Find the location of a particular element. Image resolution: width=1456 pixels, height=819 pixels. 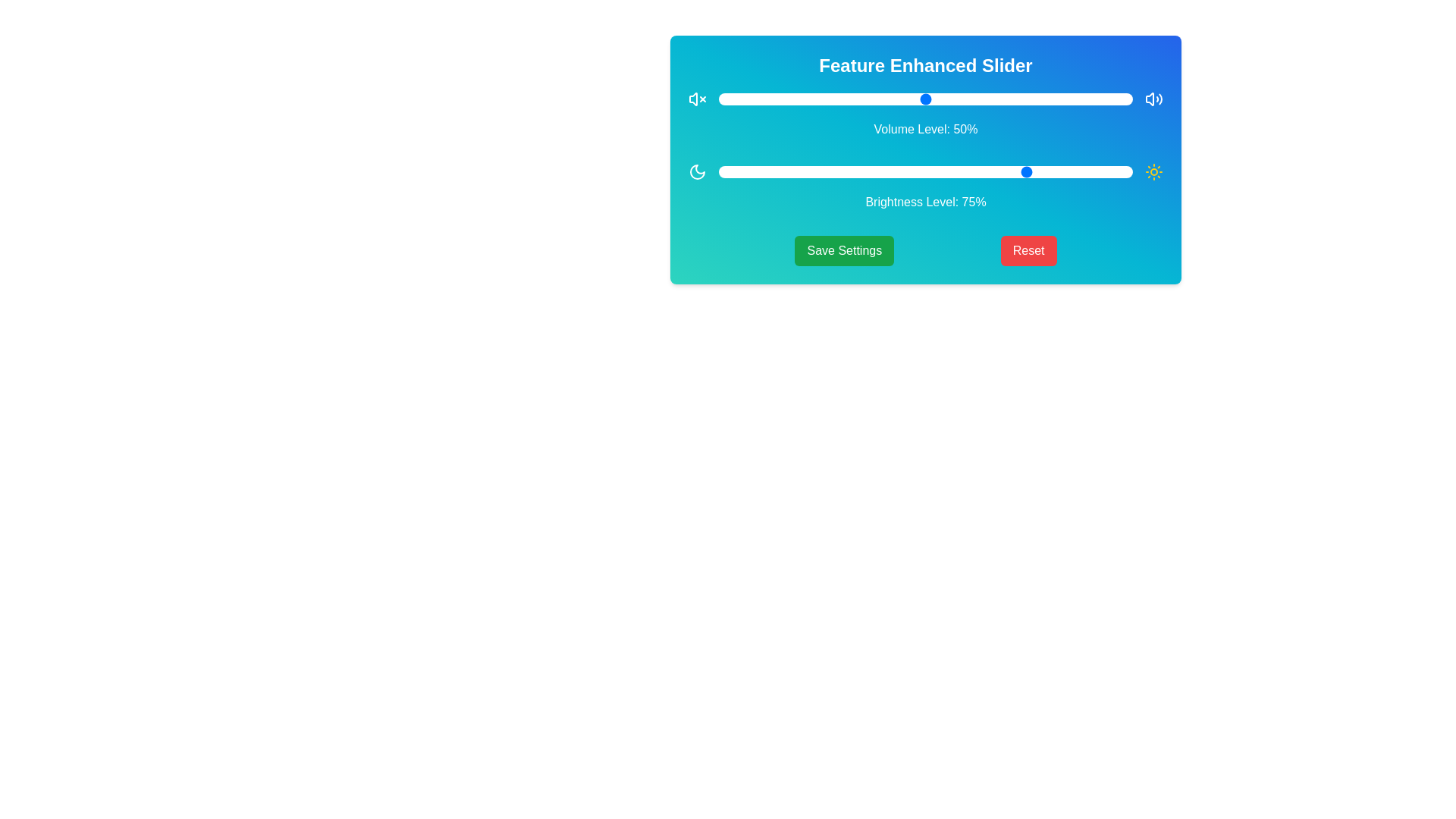

volume is located at coordinates (722, 99).